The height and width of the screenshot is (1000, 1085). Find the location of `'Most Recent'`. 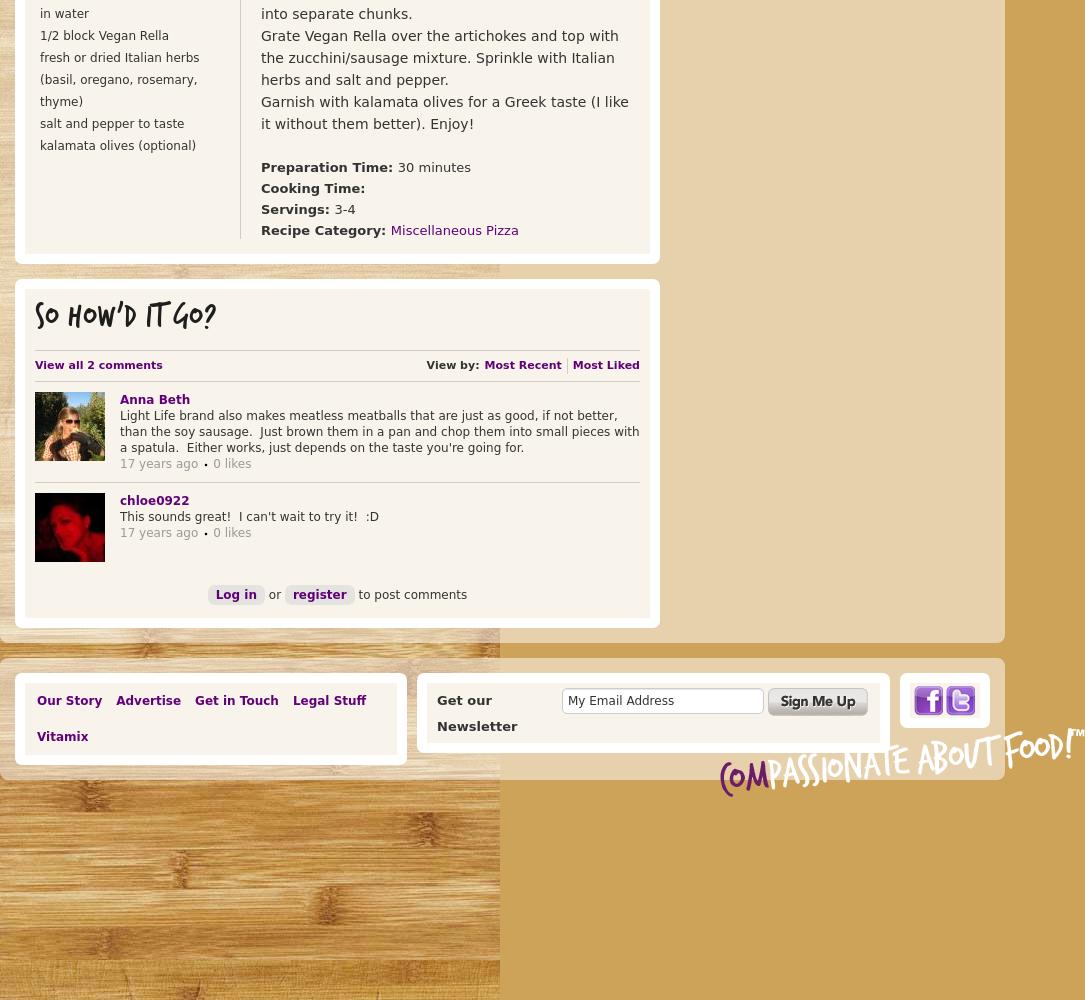

'Most Recent' is located at coordinates (522, 364).